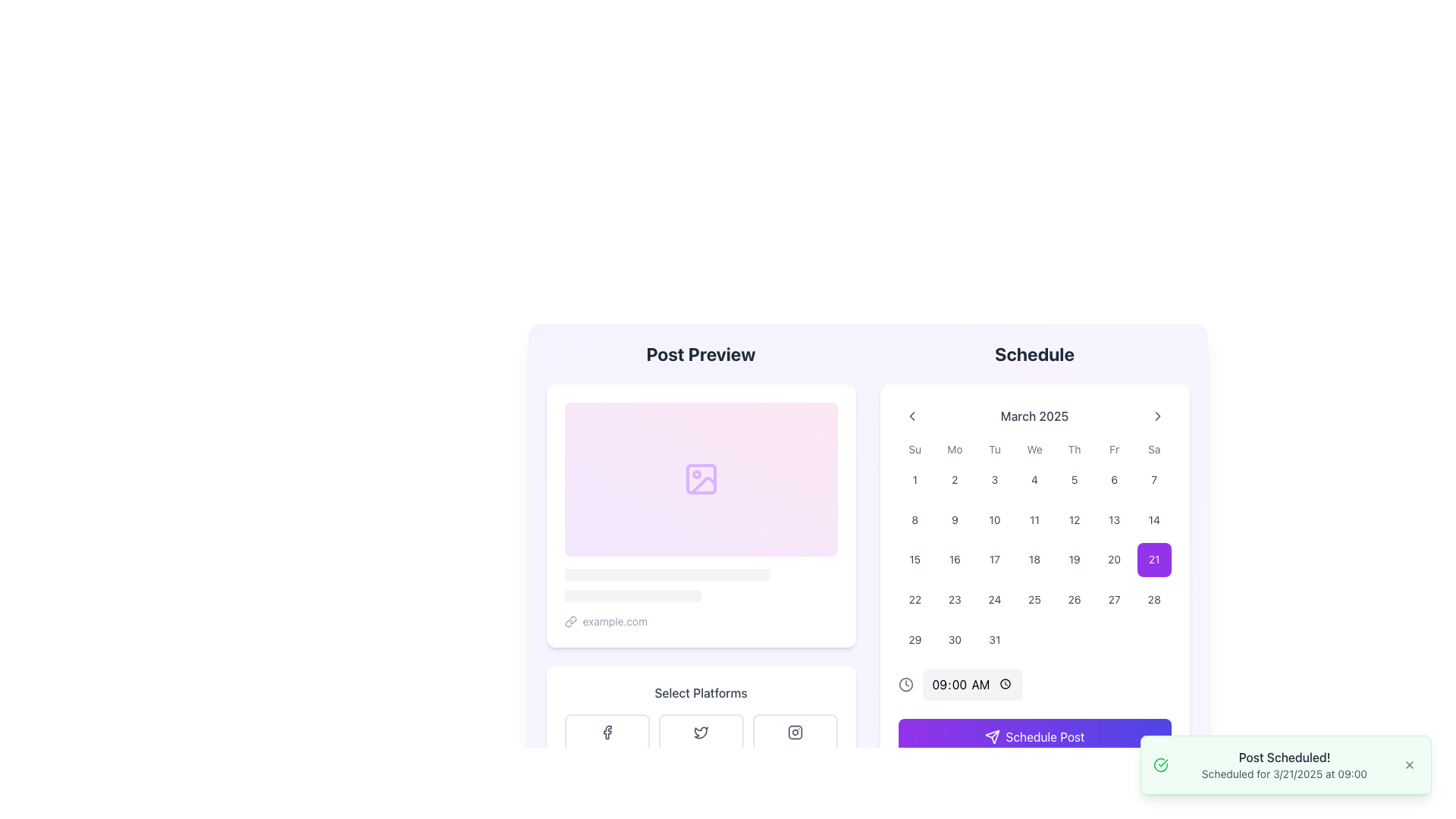 The width and height of the screenshot is (1456, 819). I want to click on the text label that displays the currently selected month and year in the calendar section of the schedule panel, so click(1034, 416).